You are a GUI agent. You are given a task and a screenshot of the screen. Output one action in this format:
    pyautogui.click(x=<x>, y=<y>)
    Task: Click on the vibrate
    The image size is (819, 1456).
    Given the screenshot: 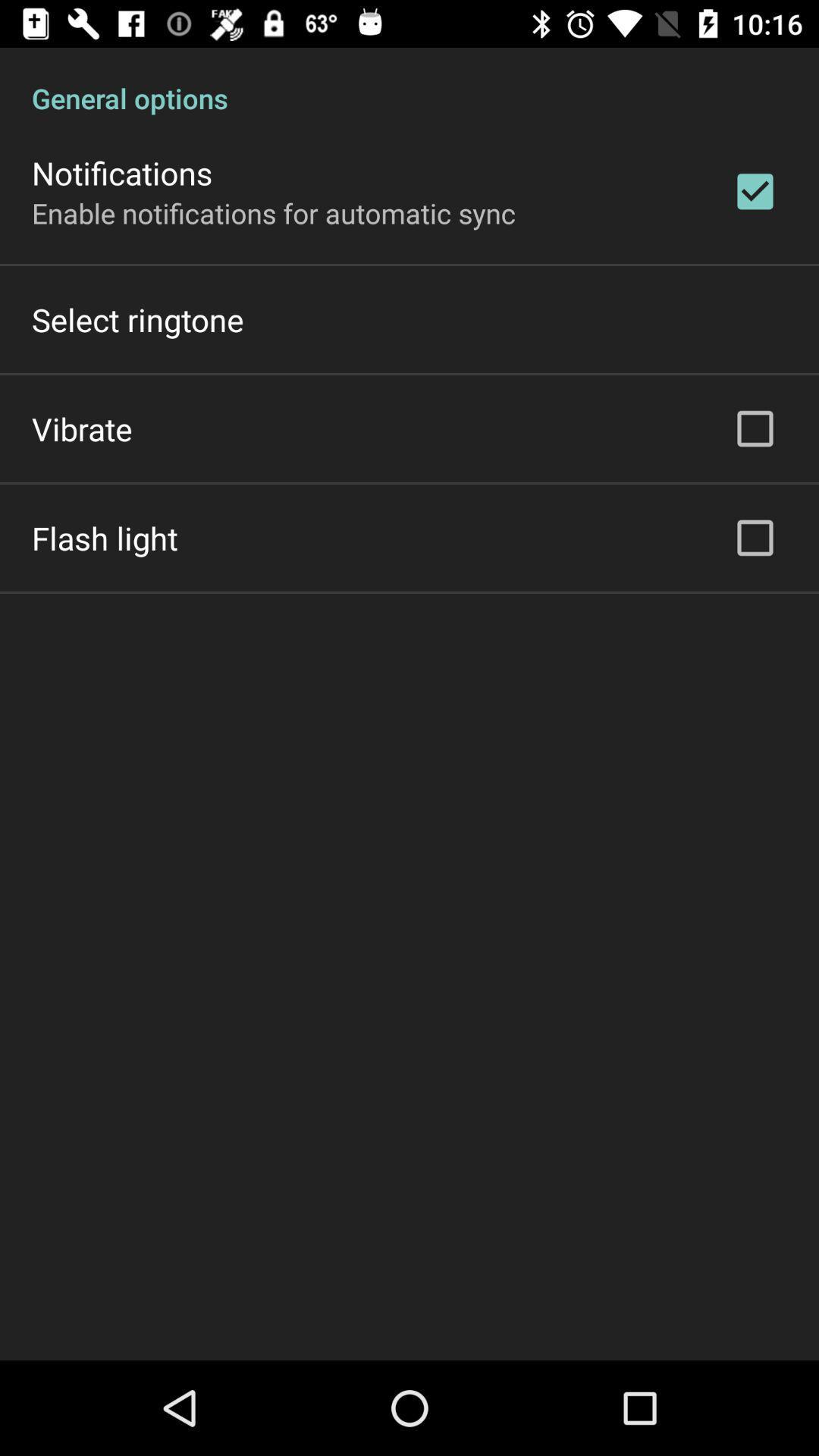 What is the action you would take?
    pyautogui.click(x=82, y=428)
    